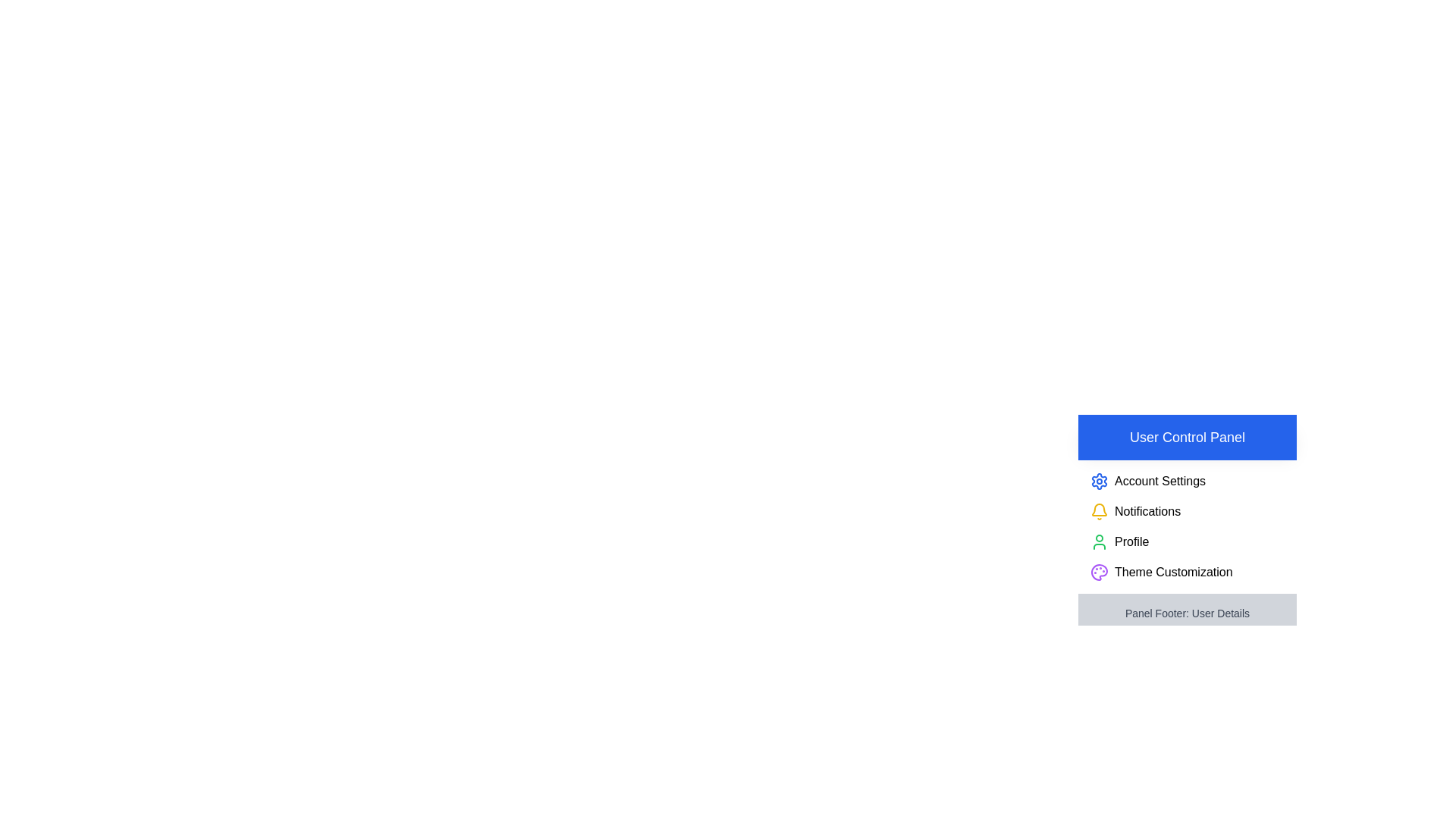 The height and width of the screenshot is (819, 1456). I want to click on the 'Toggle Panel' button to toggle the visibility of the drawer, so click(1127, 430).